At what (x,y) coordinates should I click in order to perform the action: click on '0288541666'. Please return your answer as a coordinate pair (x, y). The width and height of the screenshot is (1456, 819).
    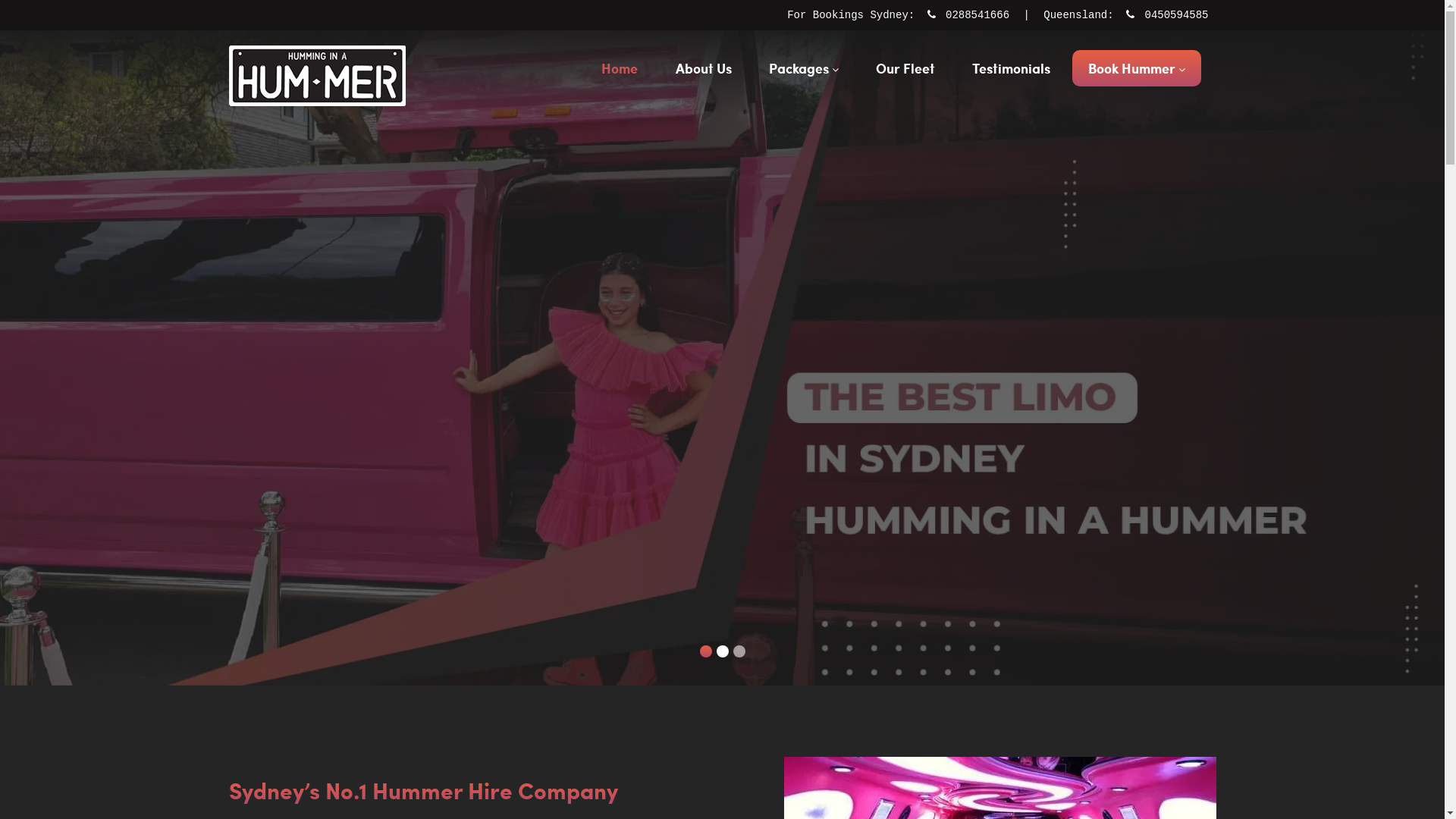
    Looking at the image, I should click on (945, 14).